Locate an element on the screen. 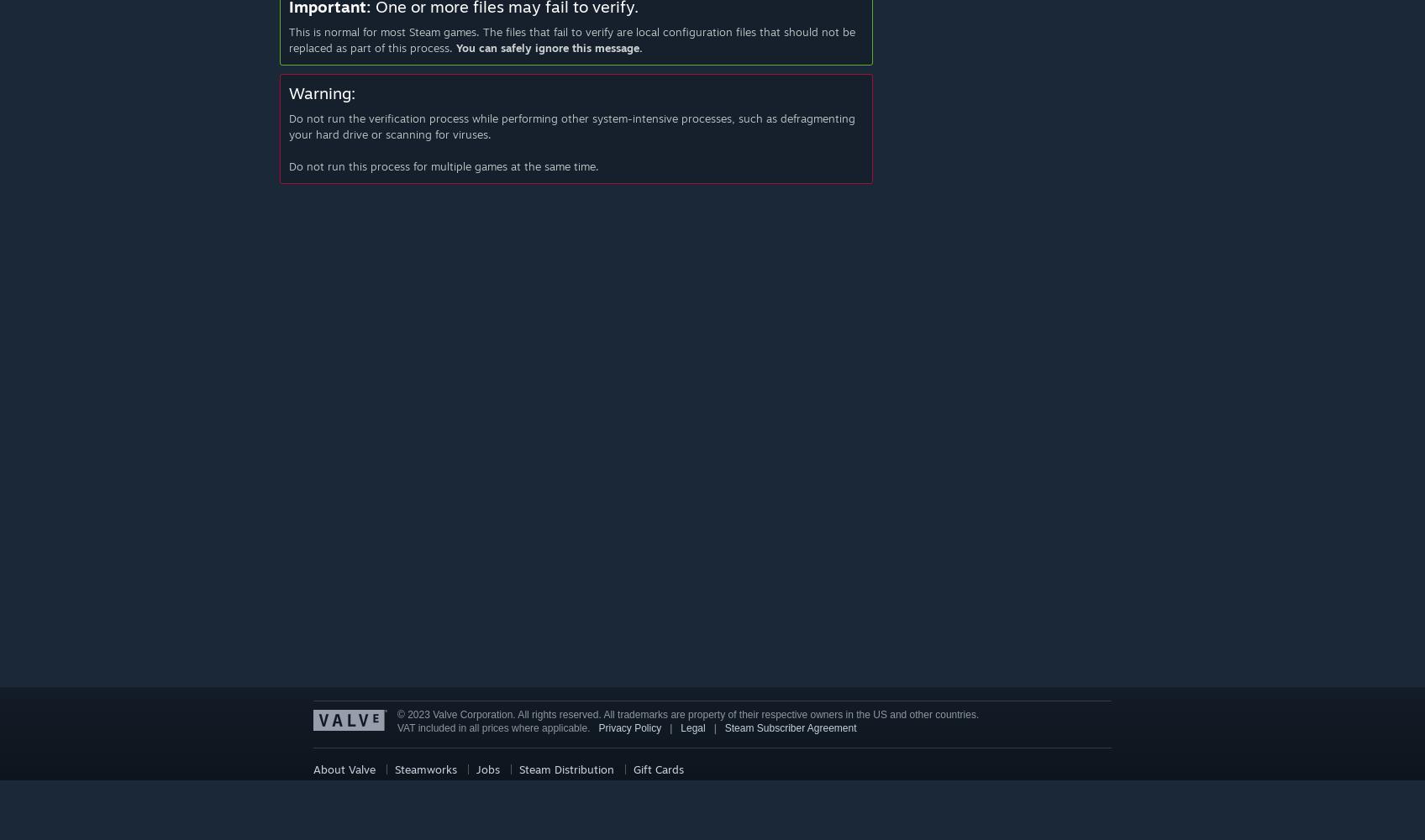 The height and width of the screenshot is (840, 1425). '© 2023 Valve Corporation.  All rights reserved.  All trademarks are property of their respective owners in the US and other countries.' is located at coordinates (686, 714).